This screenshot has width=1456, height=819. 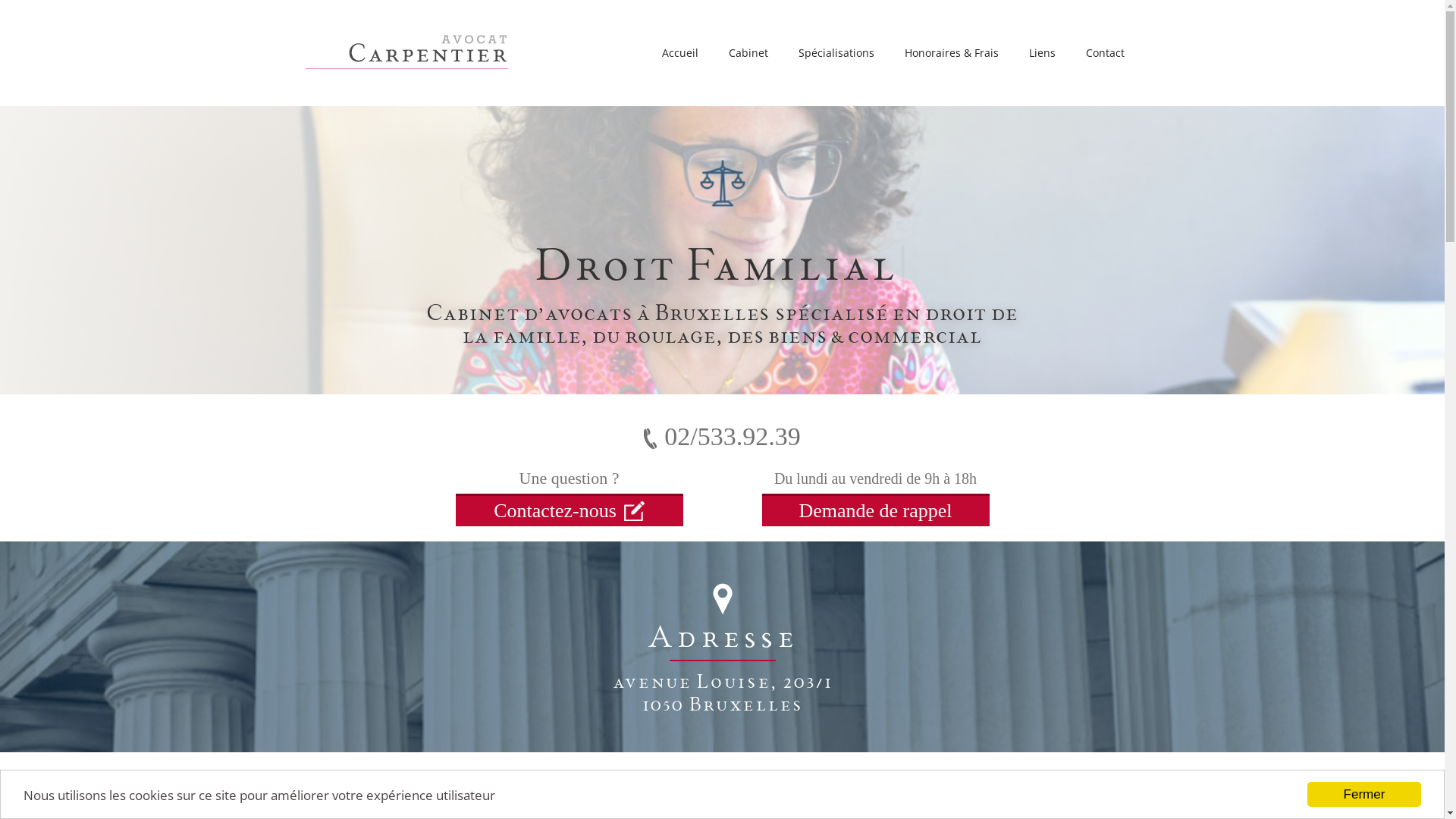 What do you see at coordinates (567, 510) in the screenshot?
I see `'Contactez-nous'` at bounding box center [567, 510].